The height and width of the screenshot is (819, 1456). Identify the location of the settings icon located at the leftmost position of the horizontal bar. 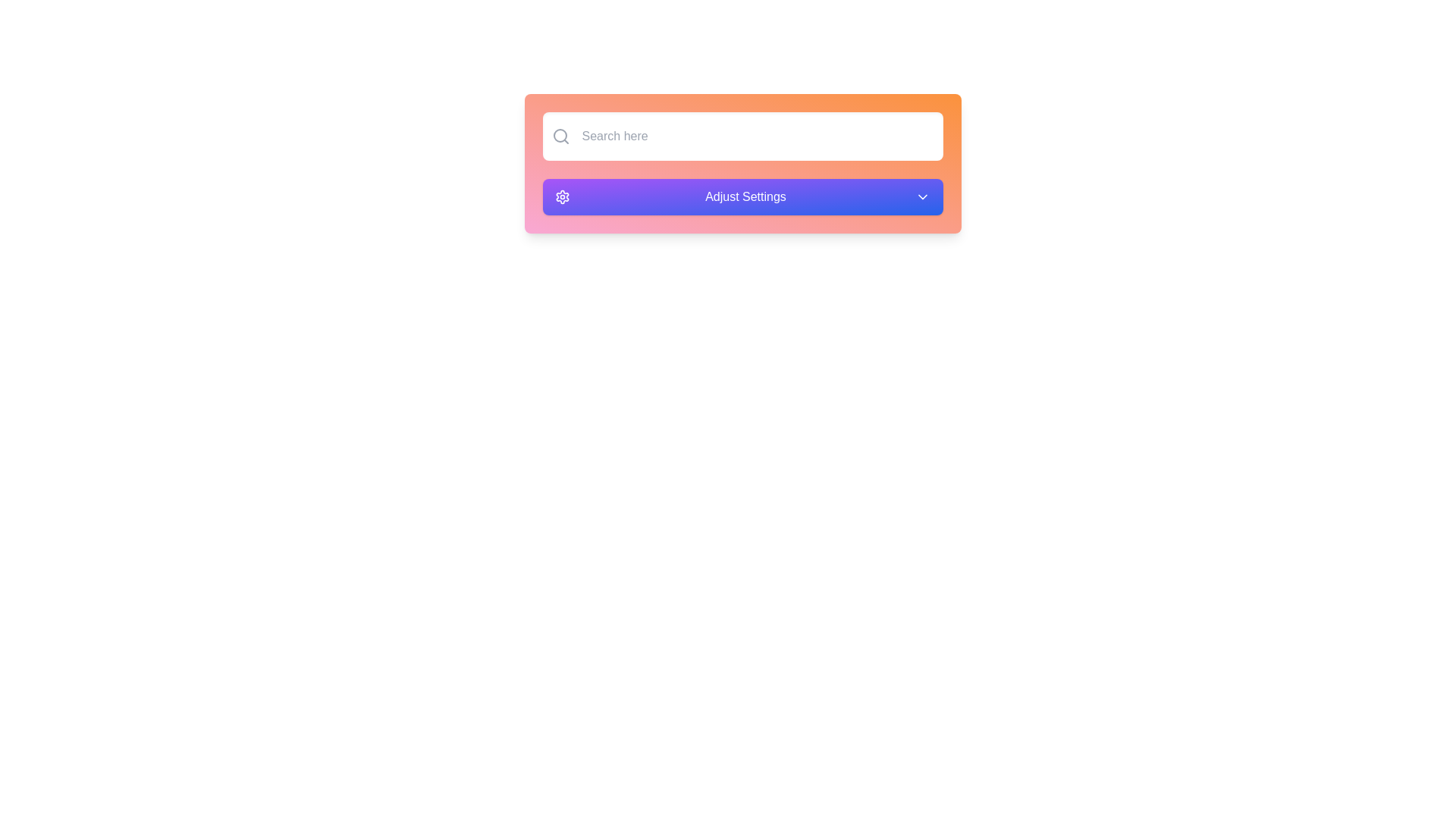
(561, 196).